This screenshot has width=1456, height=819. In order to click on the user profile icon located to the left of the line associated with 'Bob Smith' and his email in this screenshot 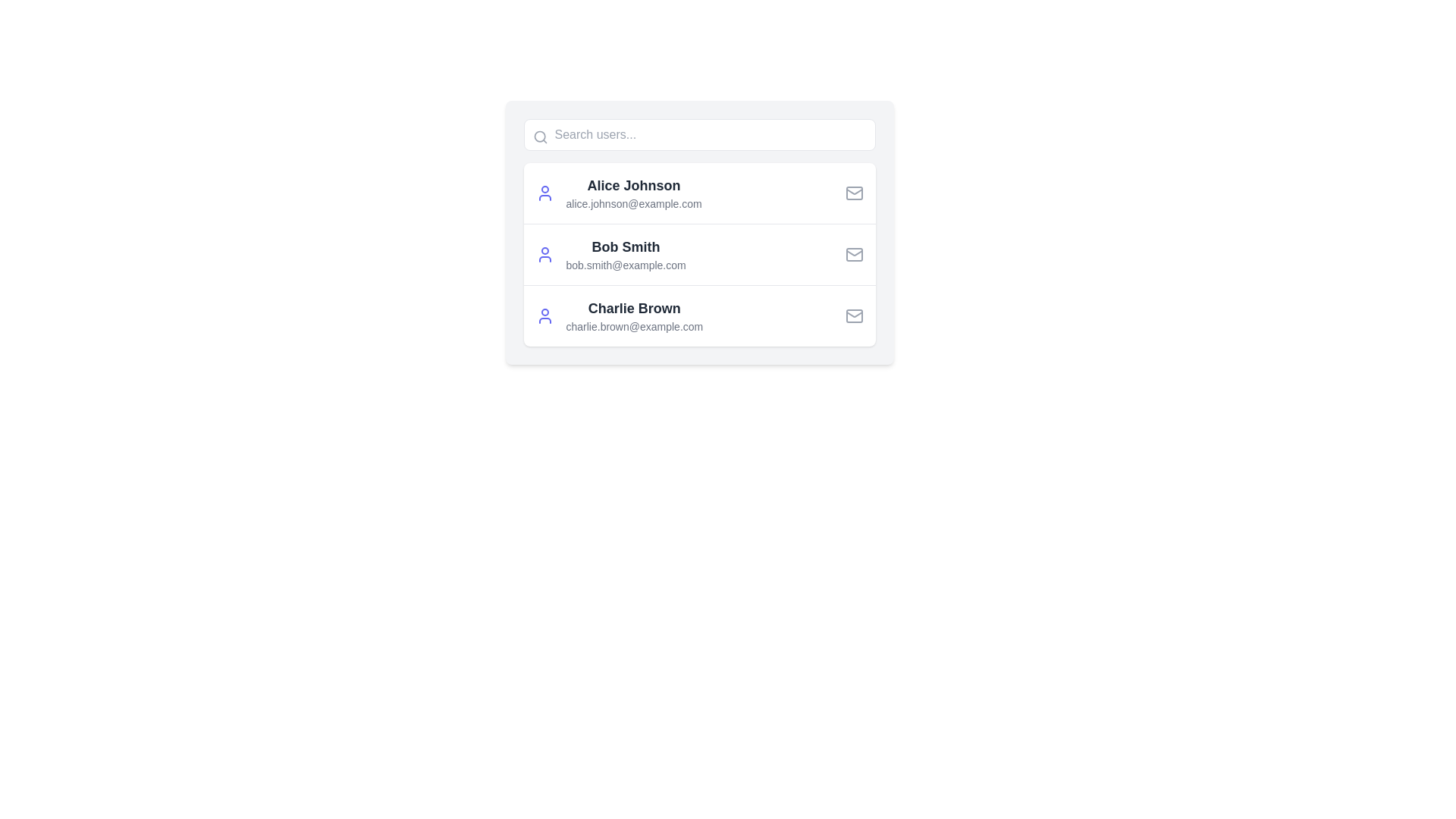, I will do `click(544, 253)`.